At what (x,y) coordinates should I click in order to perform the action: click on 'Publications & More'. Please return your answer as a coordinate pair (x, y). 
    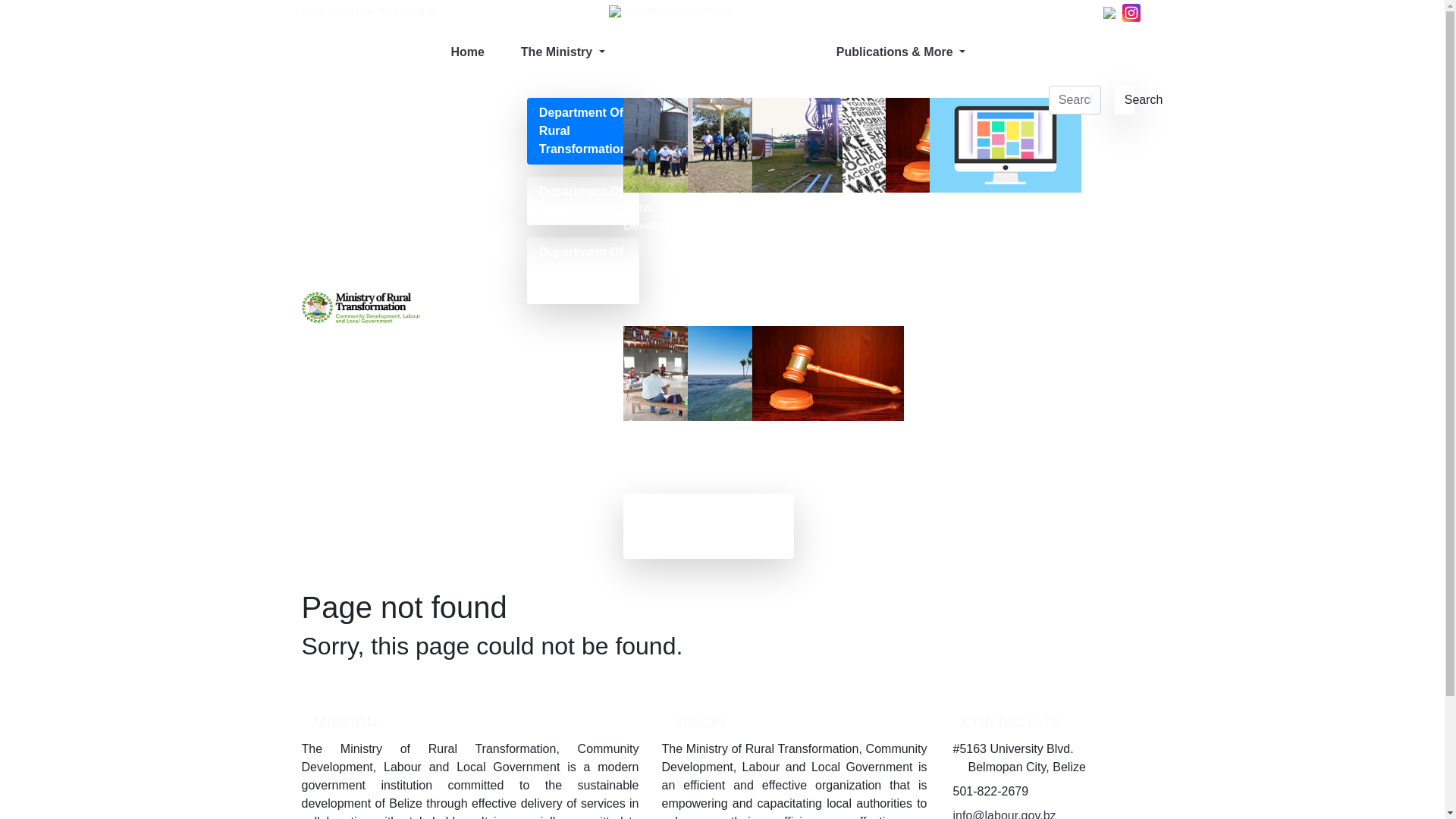
    Looking at the image, I should click on (817, 52).